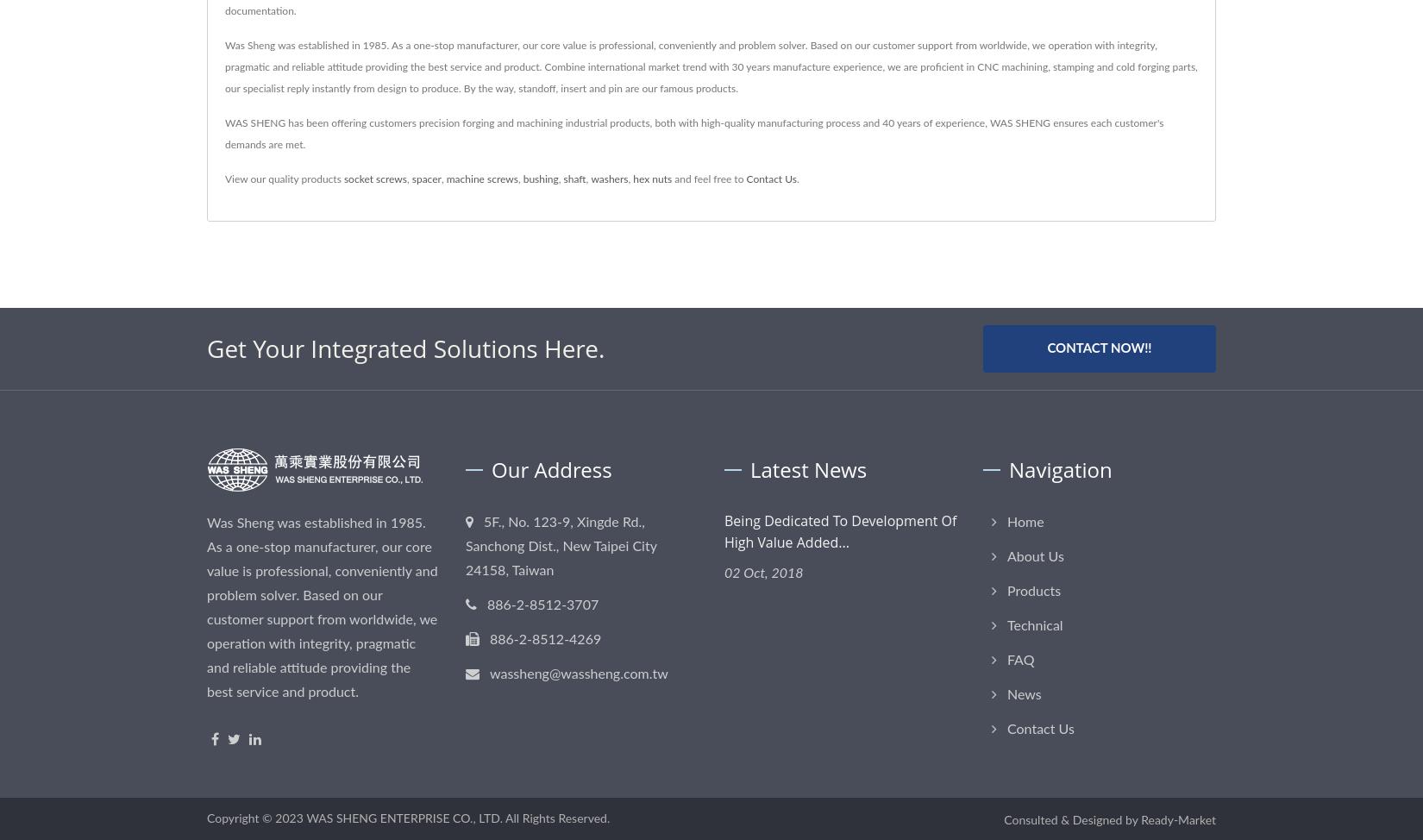 The height and width of the screenshot is (840, 1423). What do you see at coordinates (573, 179) in the screenshot?
I see `'shaft'` at bounding box center [573, 179].